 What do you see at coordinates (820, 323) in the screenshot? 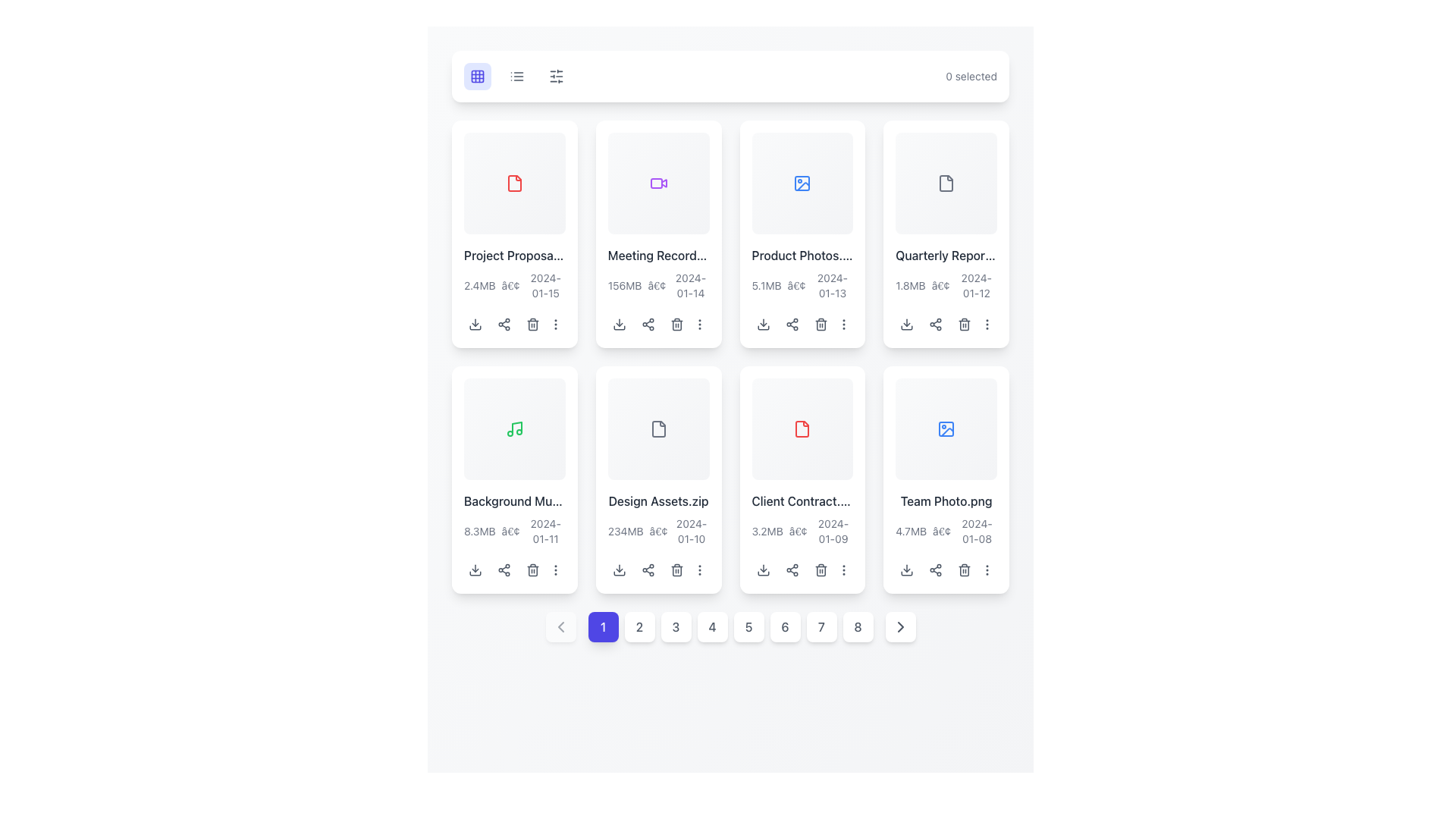
I see `the trash bin icon button located in the third card of the top row, positioned between the 'share' icon and the 'more actions' icon` at bounding box center [820, 323].